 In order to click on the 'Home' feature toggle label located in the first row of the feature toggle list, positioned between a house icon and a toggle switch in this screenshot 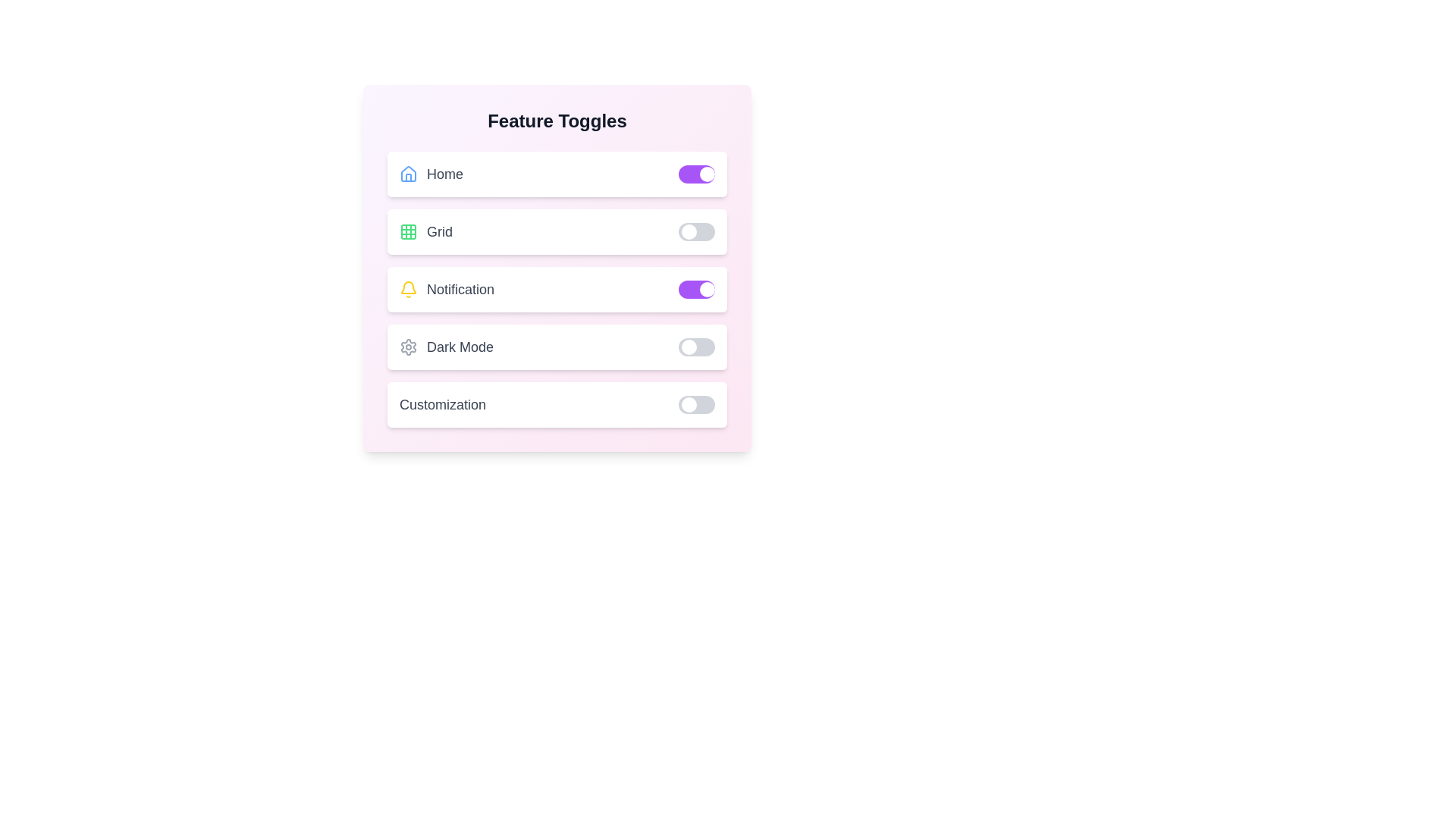, I will do `click(444, 174)`.